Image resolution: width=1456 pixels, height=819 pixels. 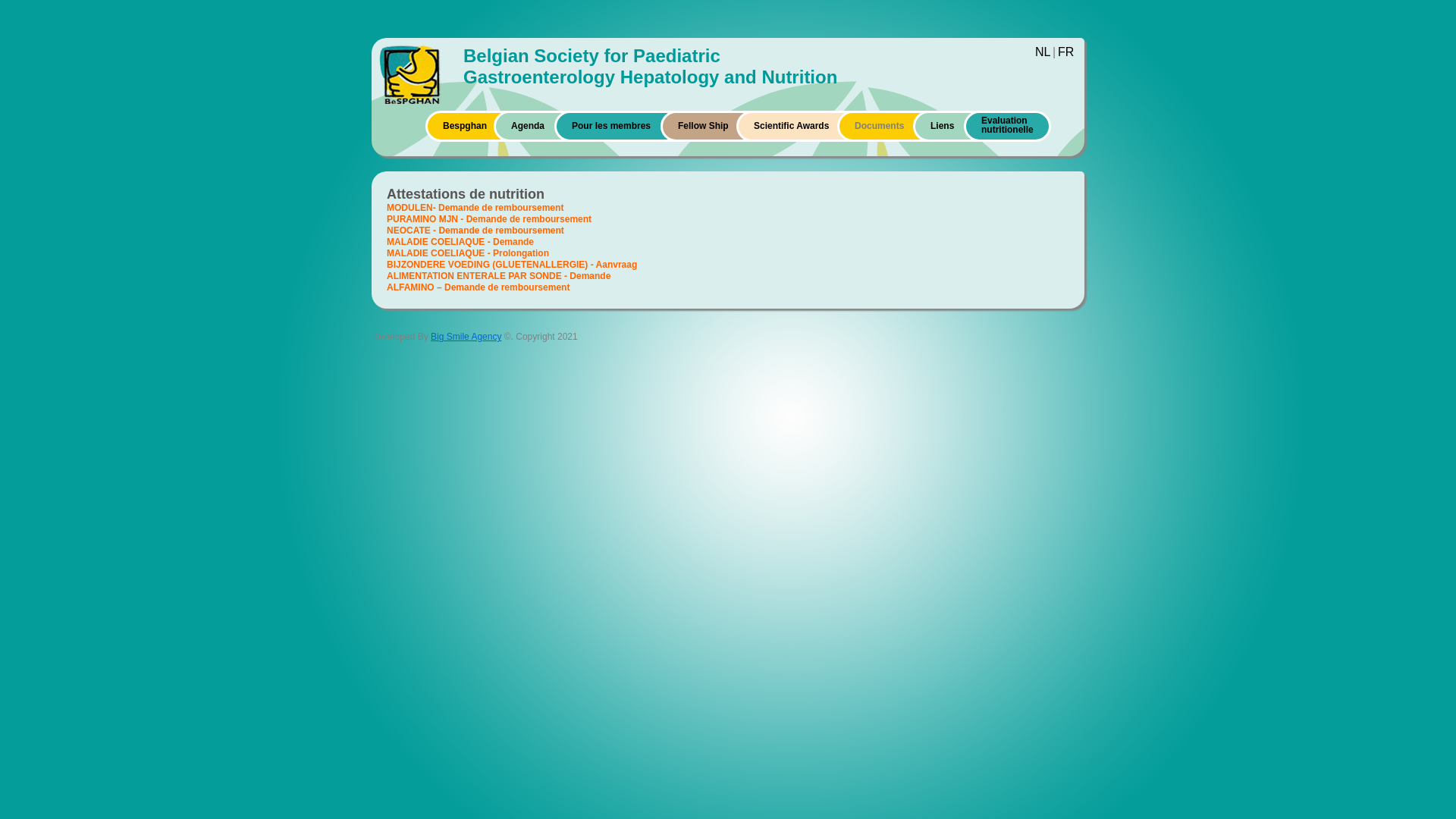 I want to click on 'NEOCATE - Demande de remboursement', so click(x=475, y=231).